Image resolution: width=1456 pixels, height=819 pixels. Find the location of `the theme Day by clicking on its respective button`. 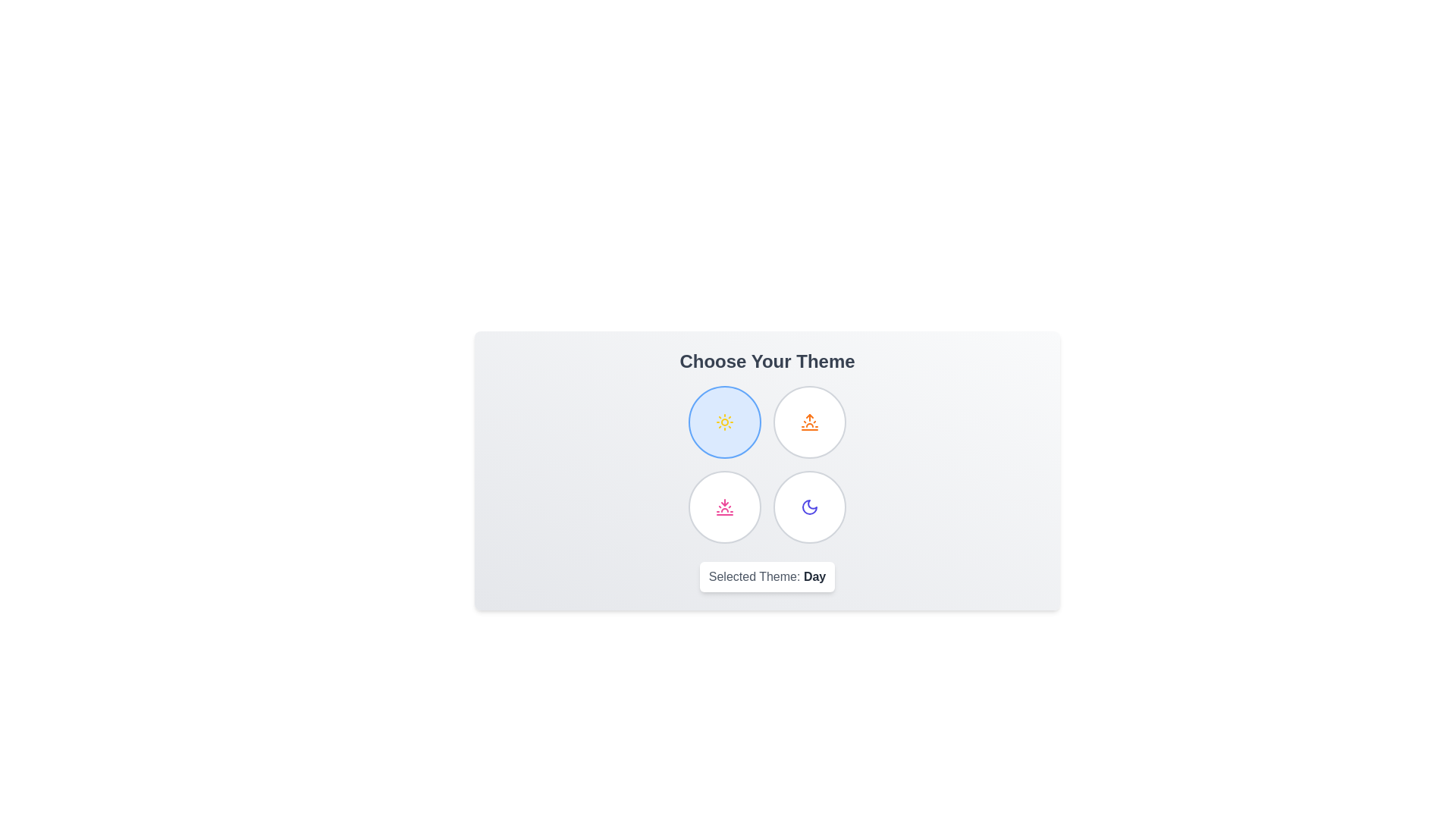

the theme Day by clicking on its respective button is located at coordinates (723, 422).